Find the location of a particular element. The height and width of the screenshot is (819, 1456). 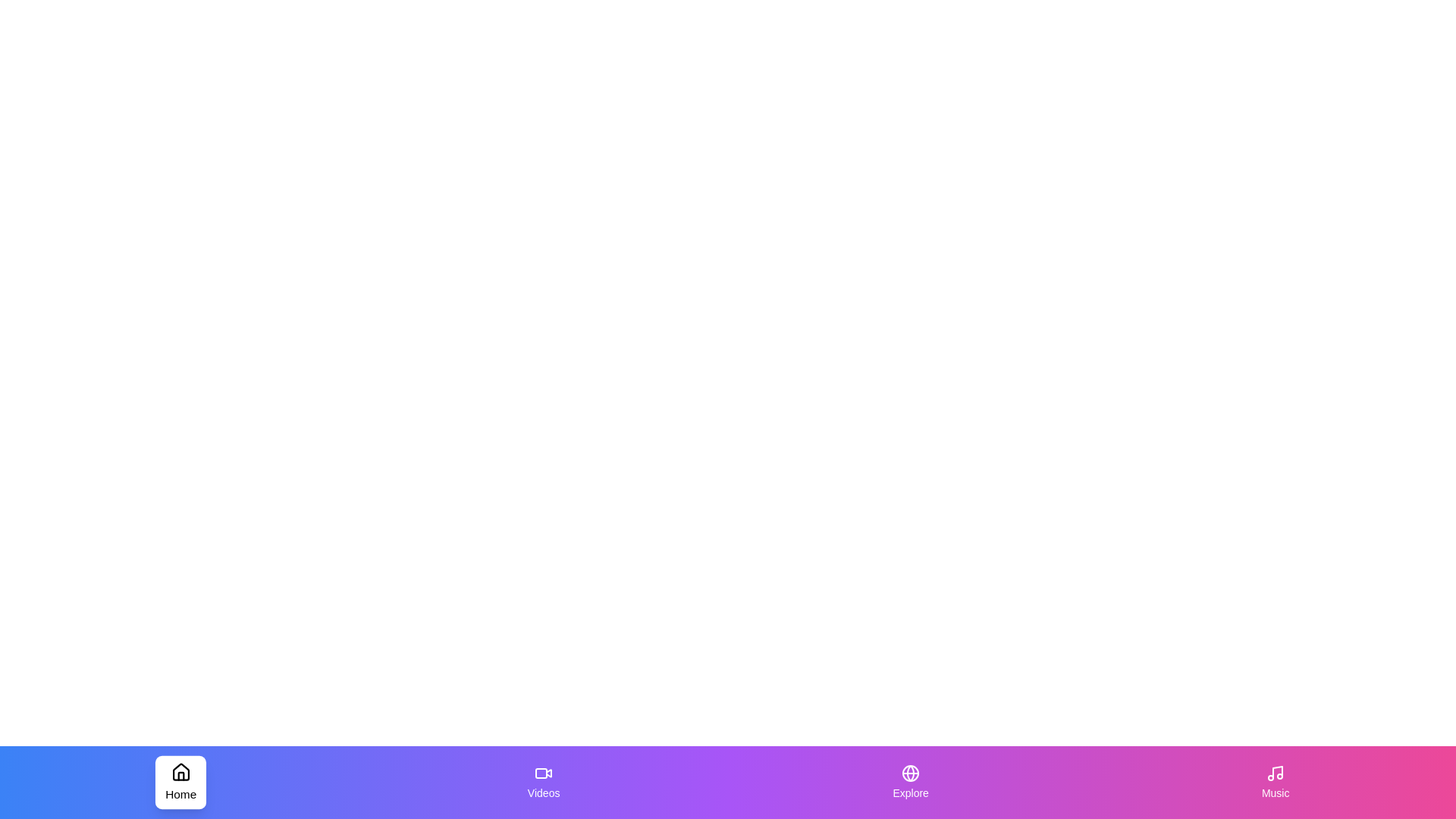

the Music tab by clicking on its icon or label is located at coordinates (1274, 783).